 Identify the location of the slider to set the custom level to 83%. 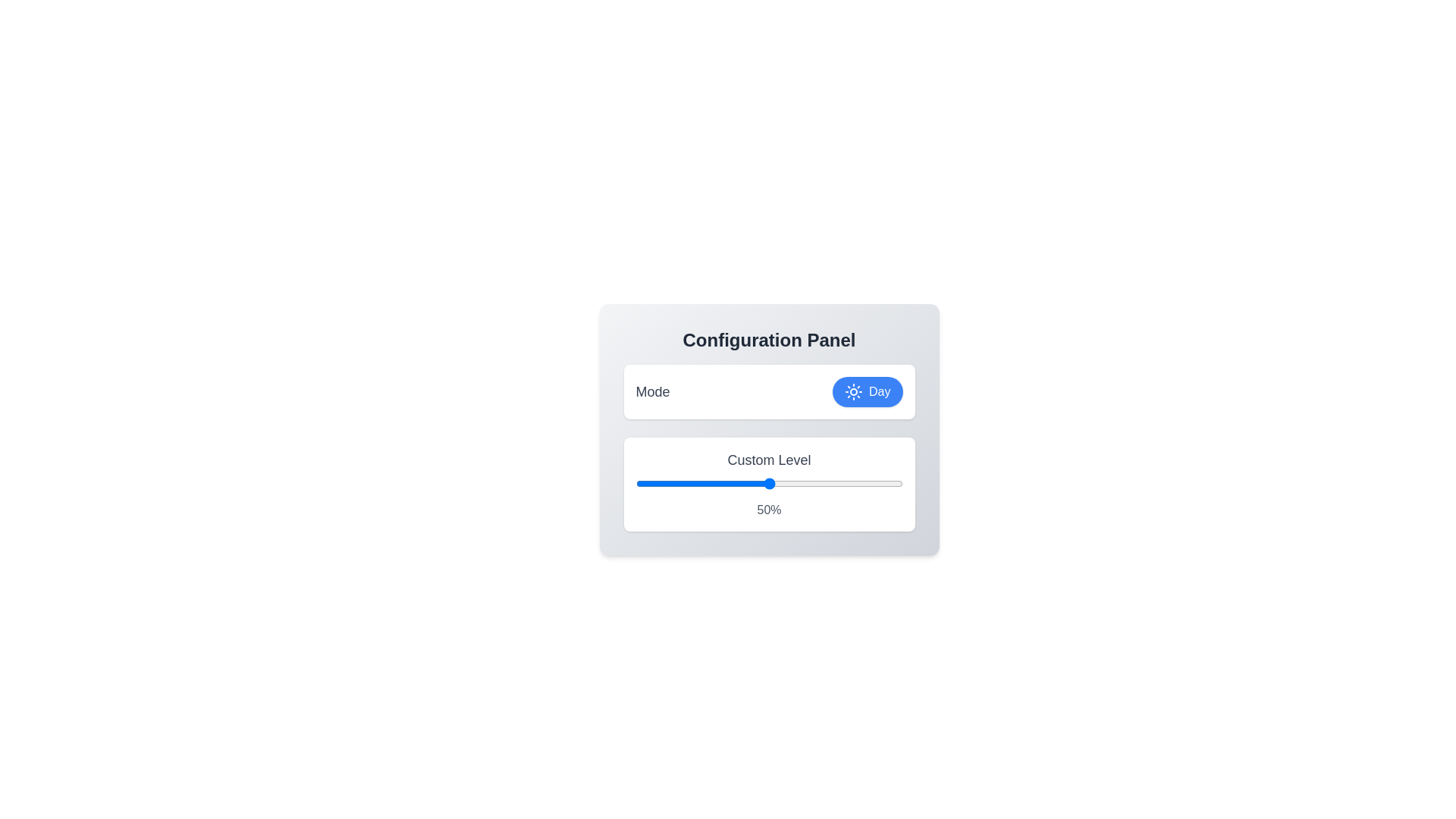
(857, 483).